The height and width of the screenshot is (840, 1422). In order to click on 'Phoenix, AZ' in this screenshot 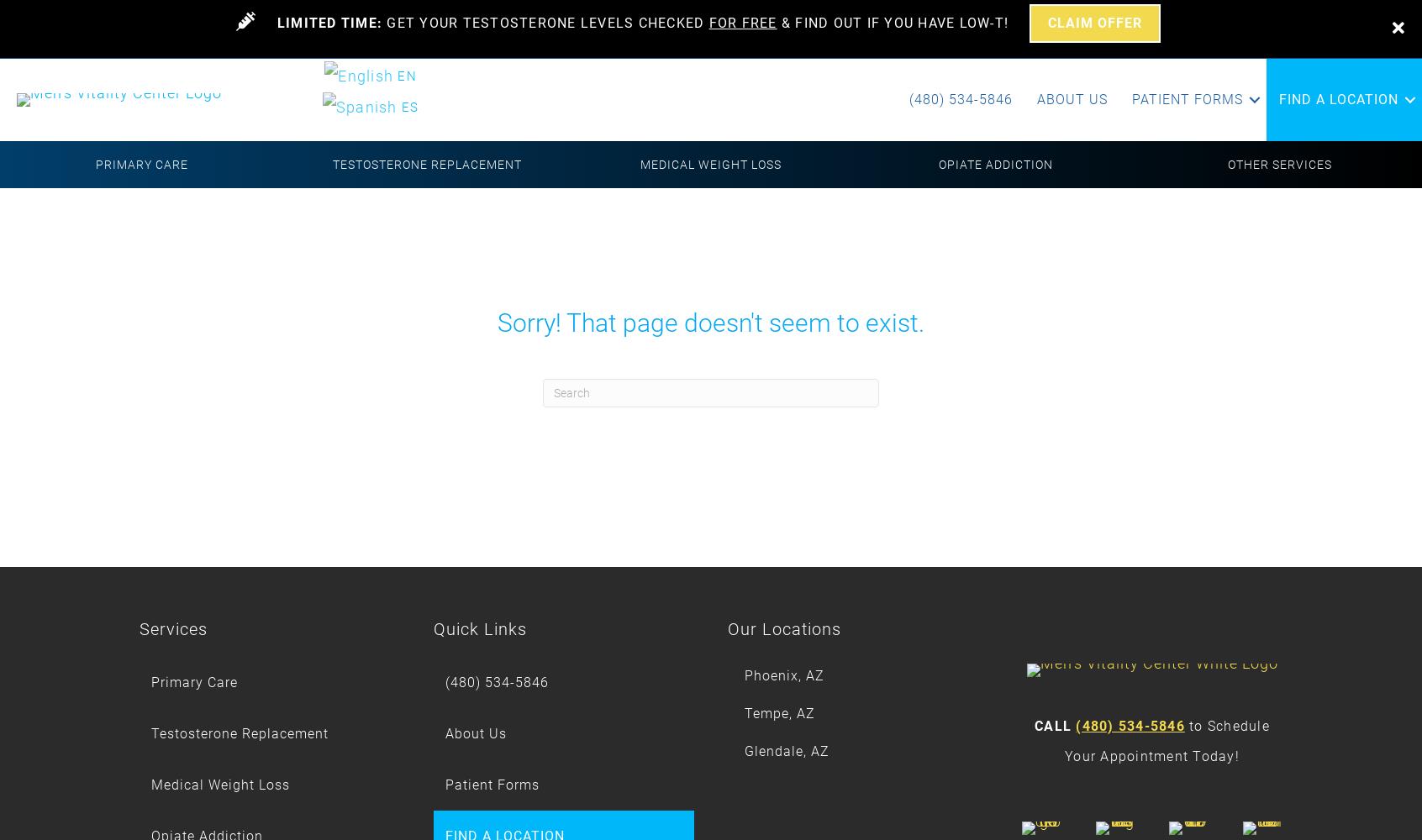, I will do `click(784, 675)`.